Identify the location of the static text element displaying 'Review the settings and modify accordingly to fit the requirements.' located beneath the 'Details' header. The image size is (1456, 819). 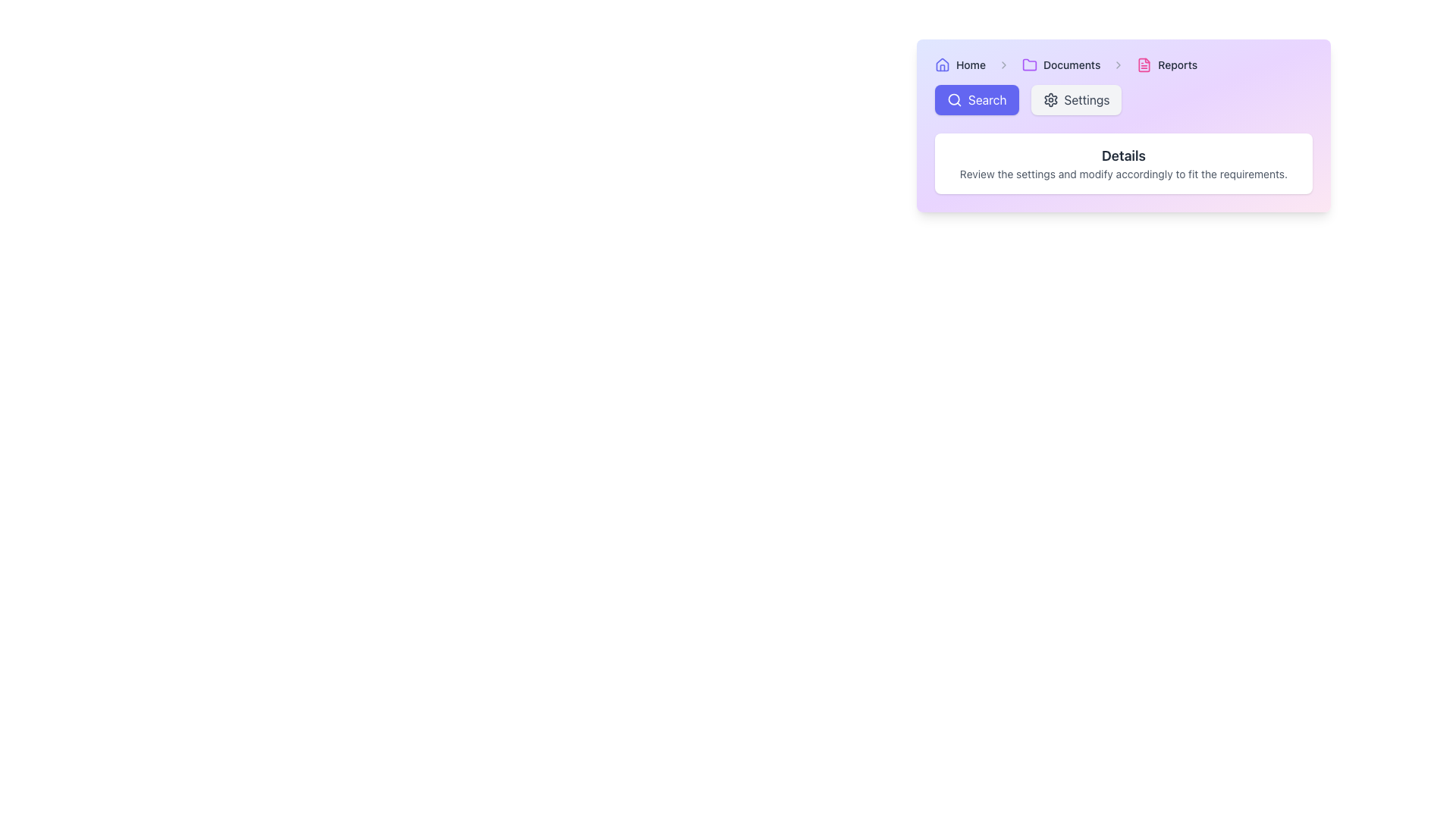
(1124, 174).